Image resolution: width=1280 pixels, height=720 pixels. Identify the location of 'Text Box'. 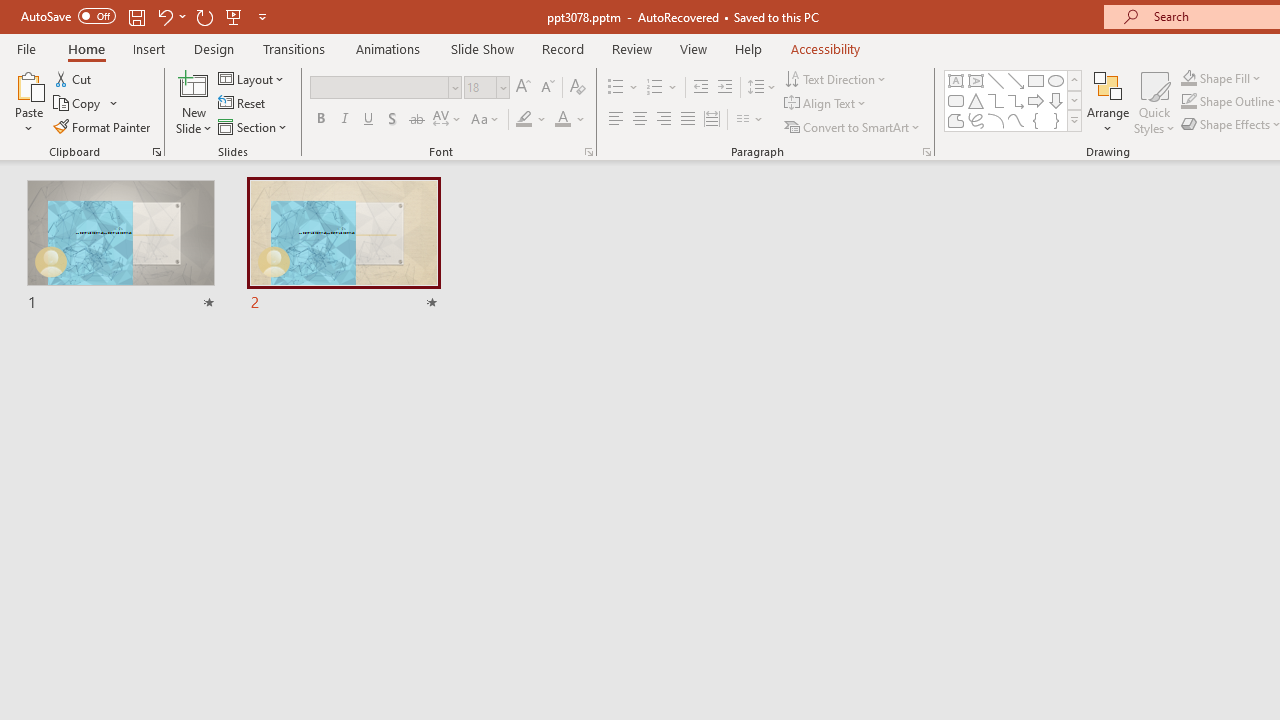
(955, 80).